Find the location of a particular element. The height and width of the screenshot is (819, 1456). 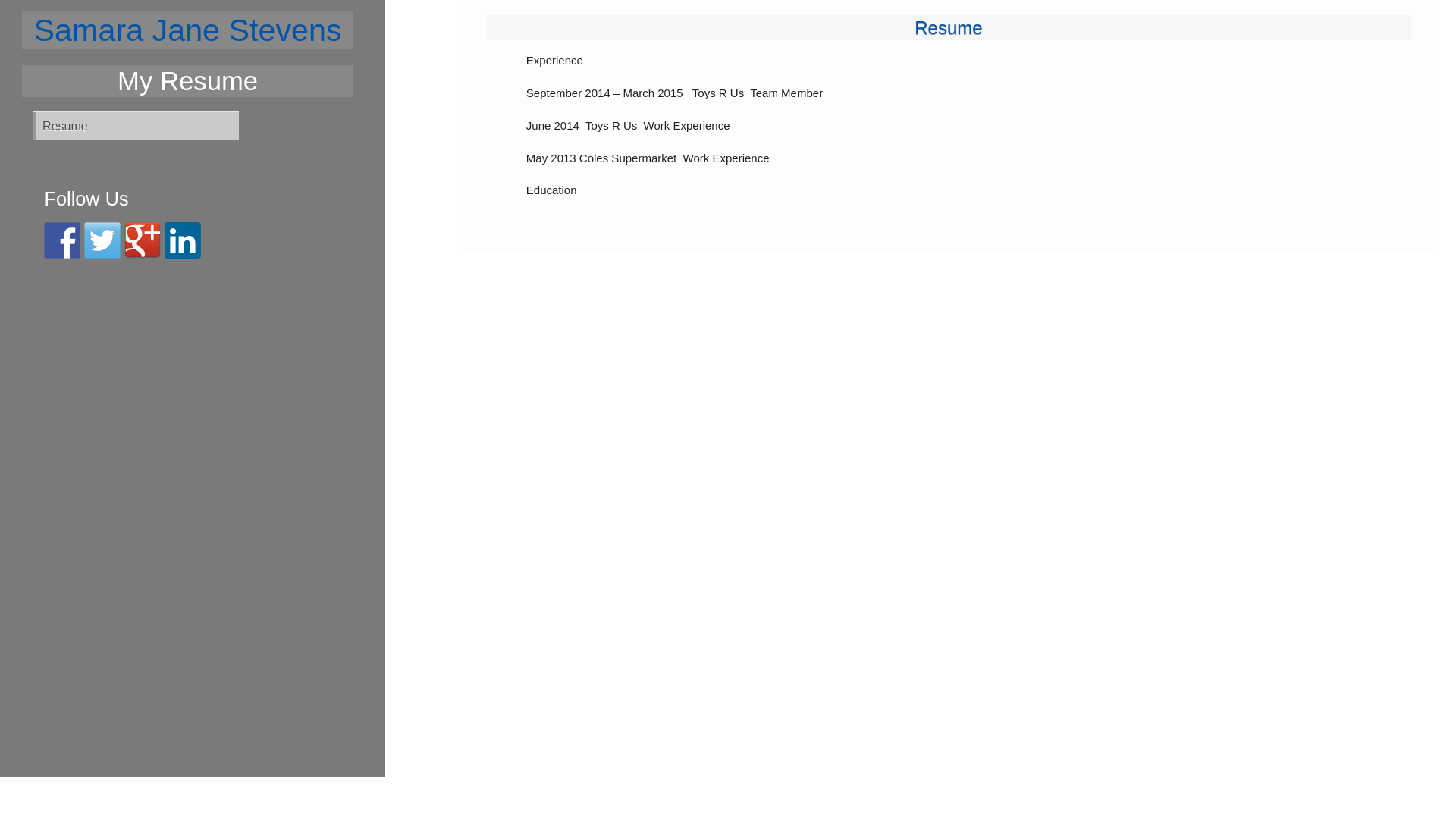

'Resume' is located at coordinates (947, 27).